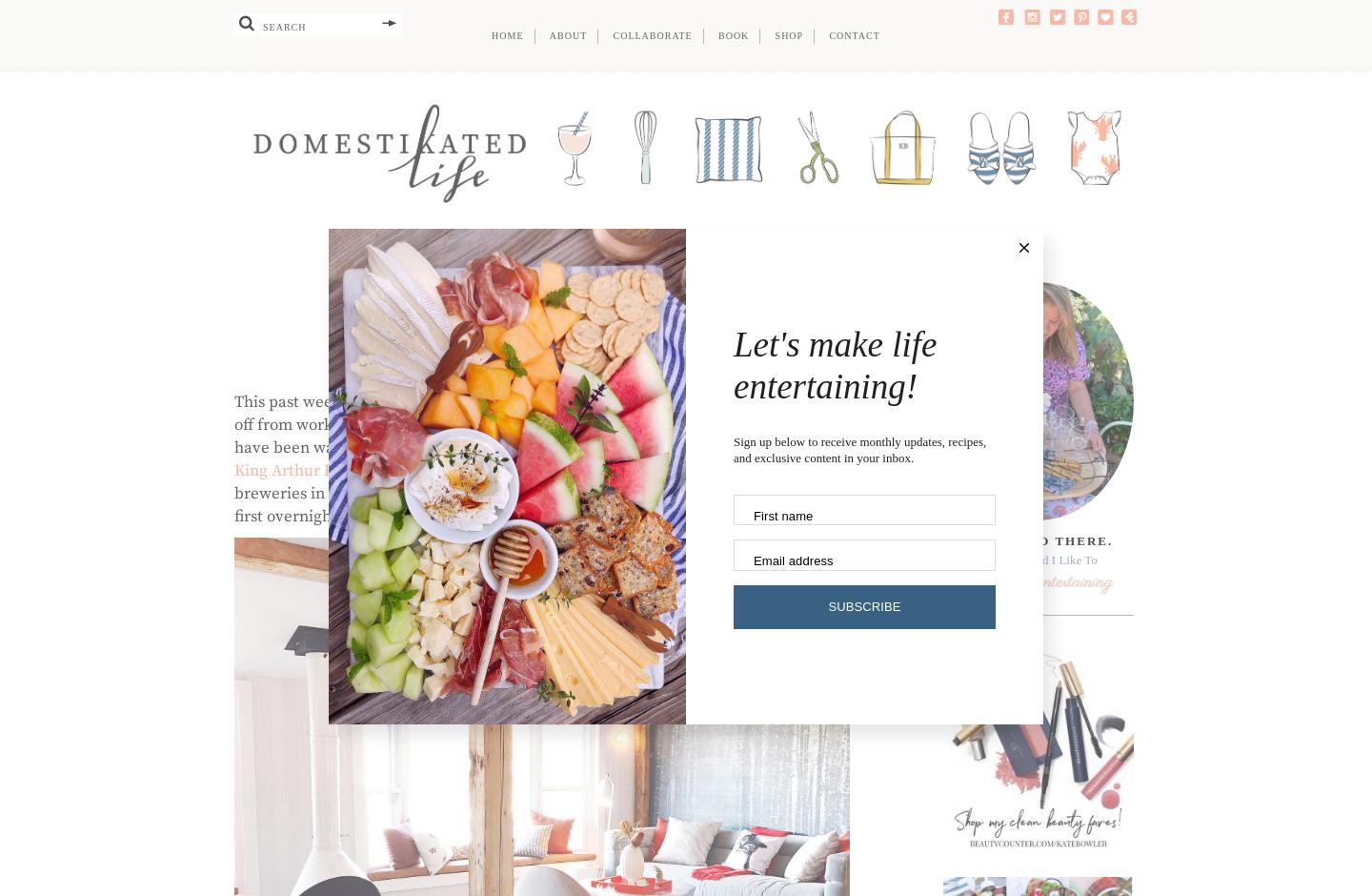  Describe the element at coordinates (541, 288) in the screenshot. I see `'Travel'` at that location.